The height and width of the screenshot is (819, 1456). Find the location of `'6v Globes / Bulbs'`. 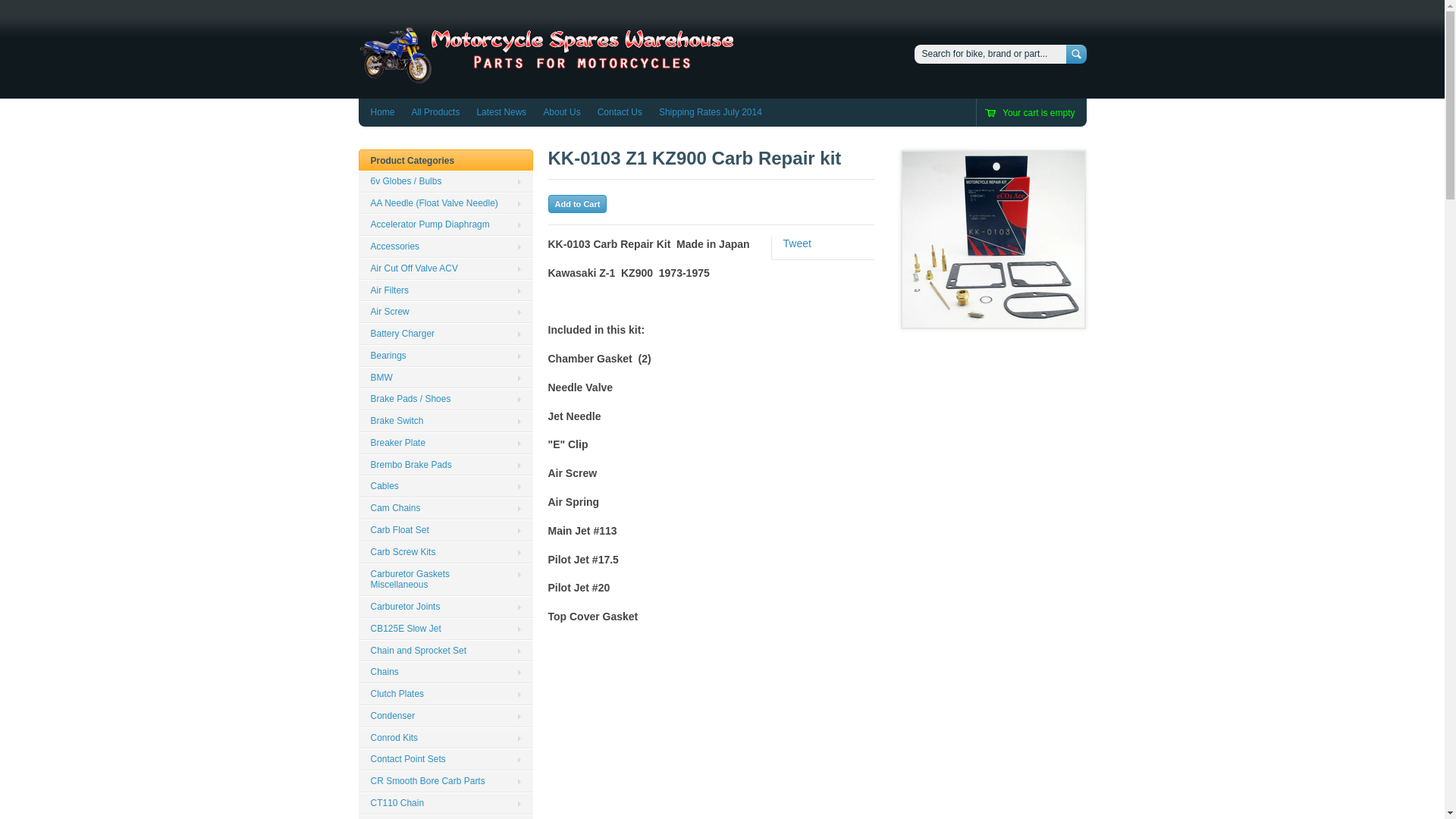

'6v Globes / Bulbs' is located at coordinates (356, 180).